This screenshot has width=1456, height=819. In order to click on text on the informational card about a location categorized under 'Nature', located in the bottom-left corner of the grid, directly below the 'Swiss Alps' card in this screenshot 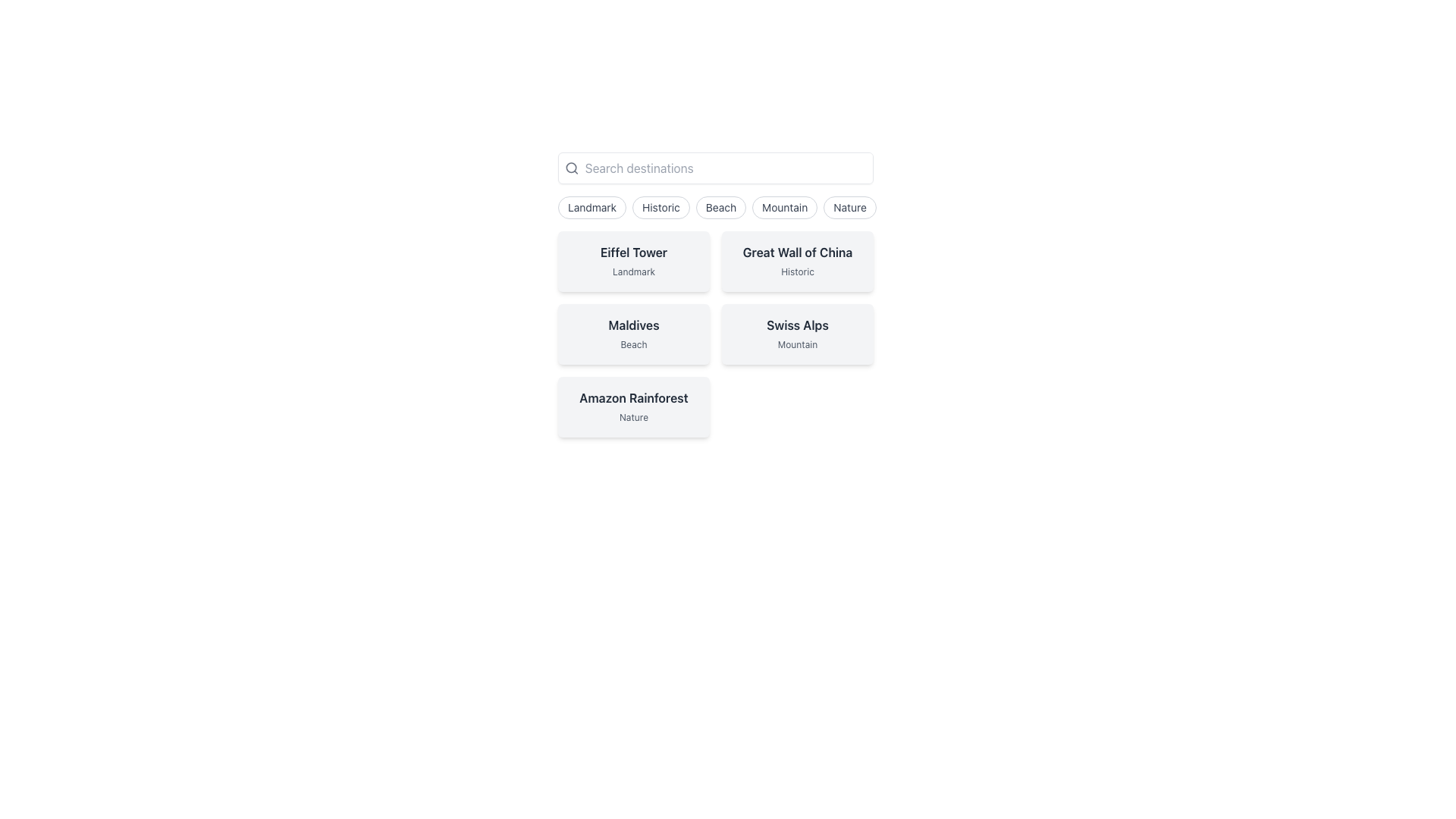, I will do `click(633, 406)`.